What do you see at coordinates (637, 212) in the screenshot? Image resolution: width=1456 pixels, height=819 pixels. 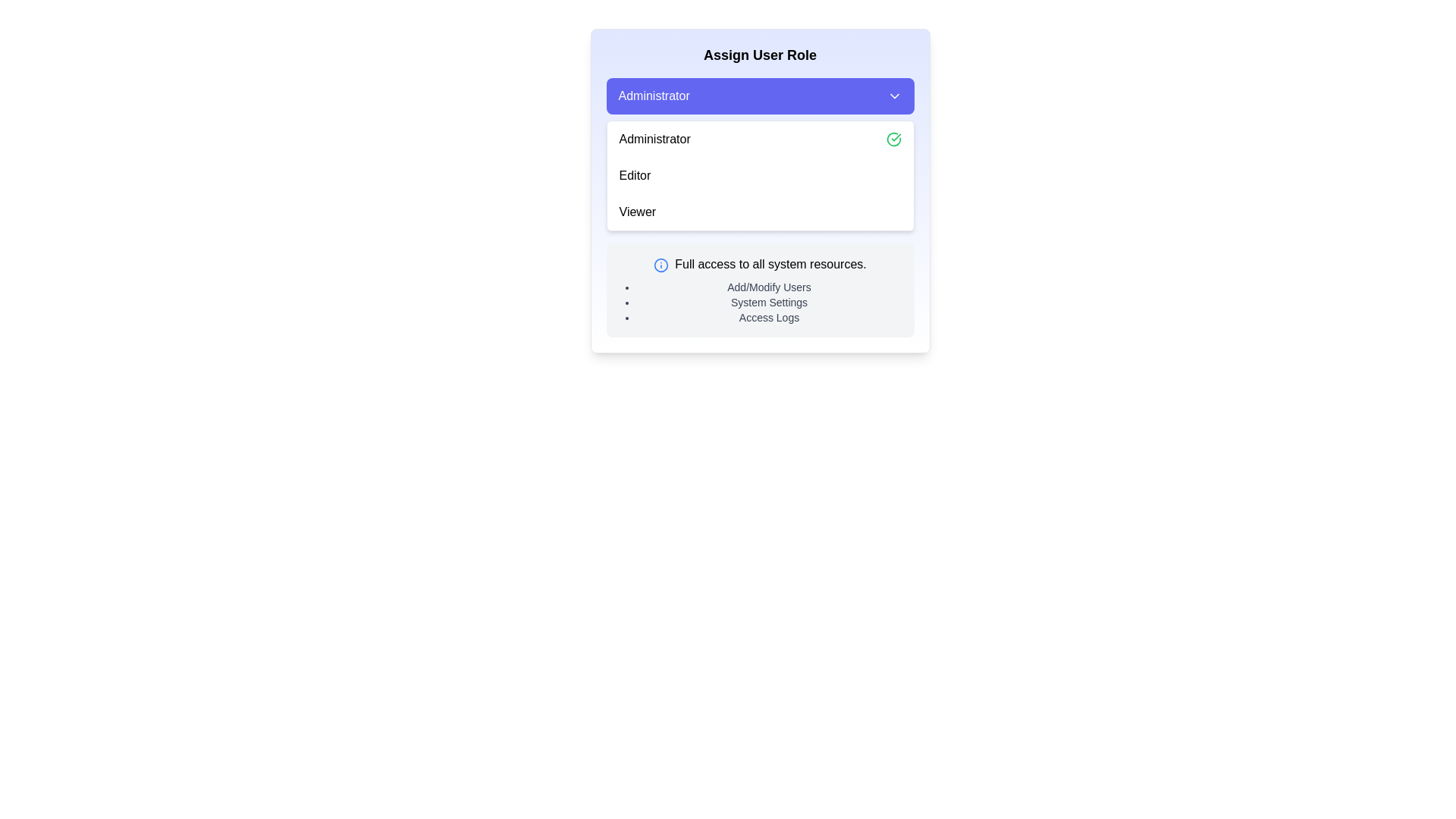 I see `the 'Viewer' text label, which is the last option in the 'Assign User Role' dropdown menu, styled with medium font weight` at bounding box center [637, 212].